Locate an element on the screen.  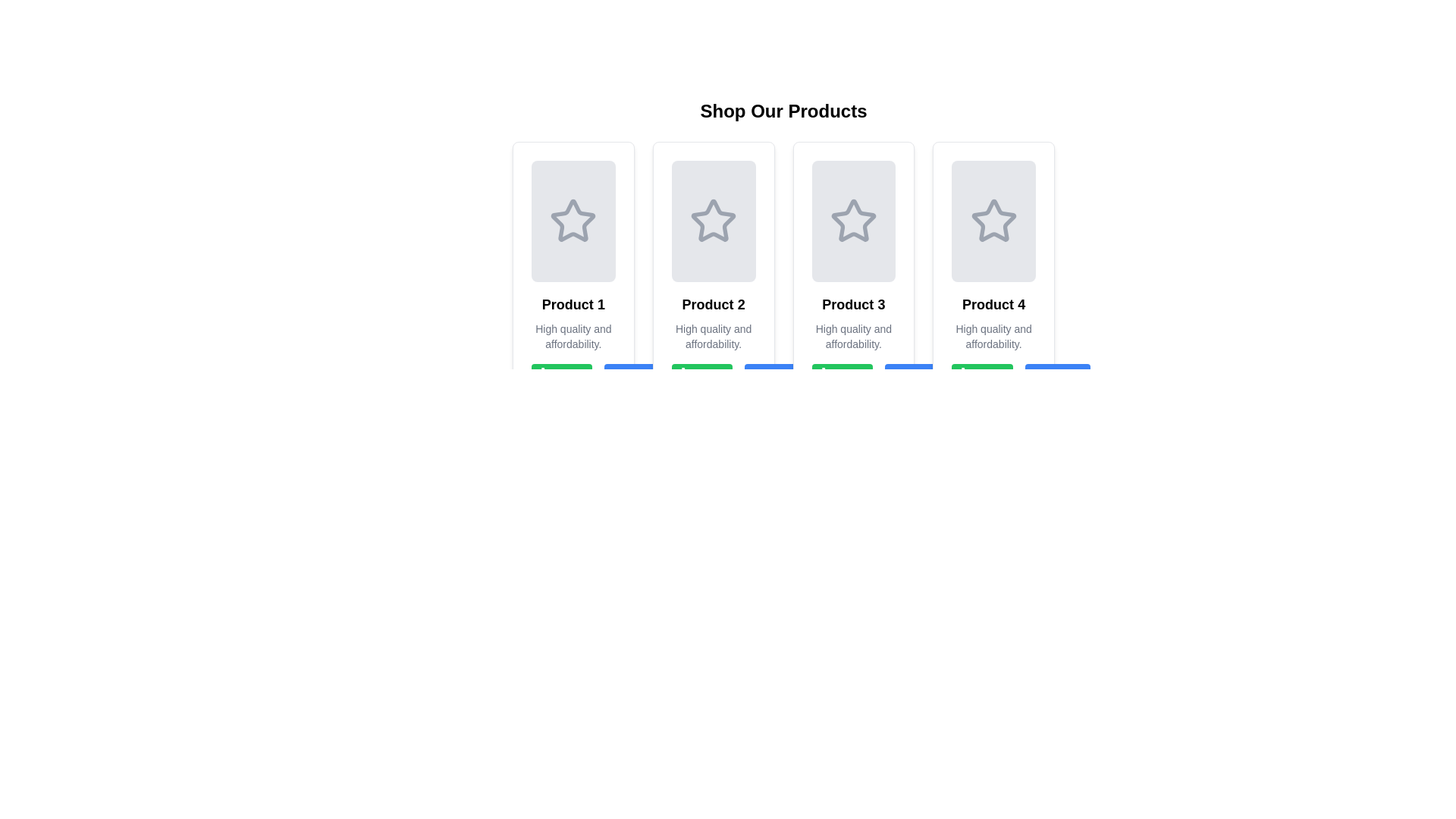
the interactive star icon located in the fourth product card titled 'Product 4' is located at coordinates (993, 220).